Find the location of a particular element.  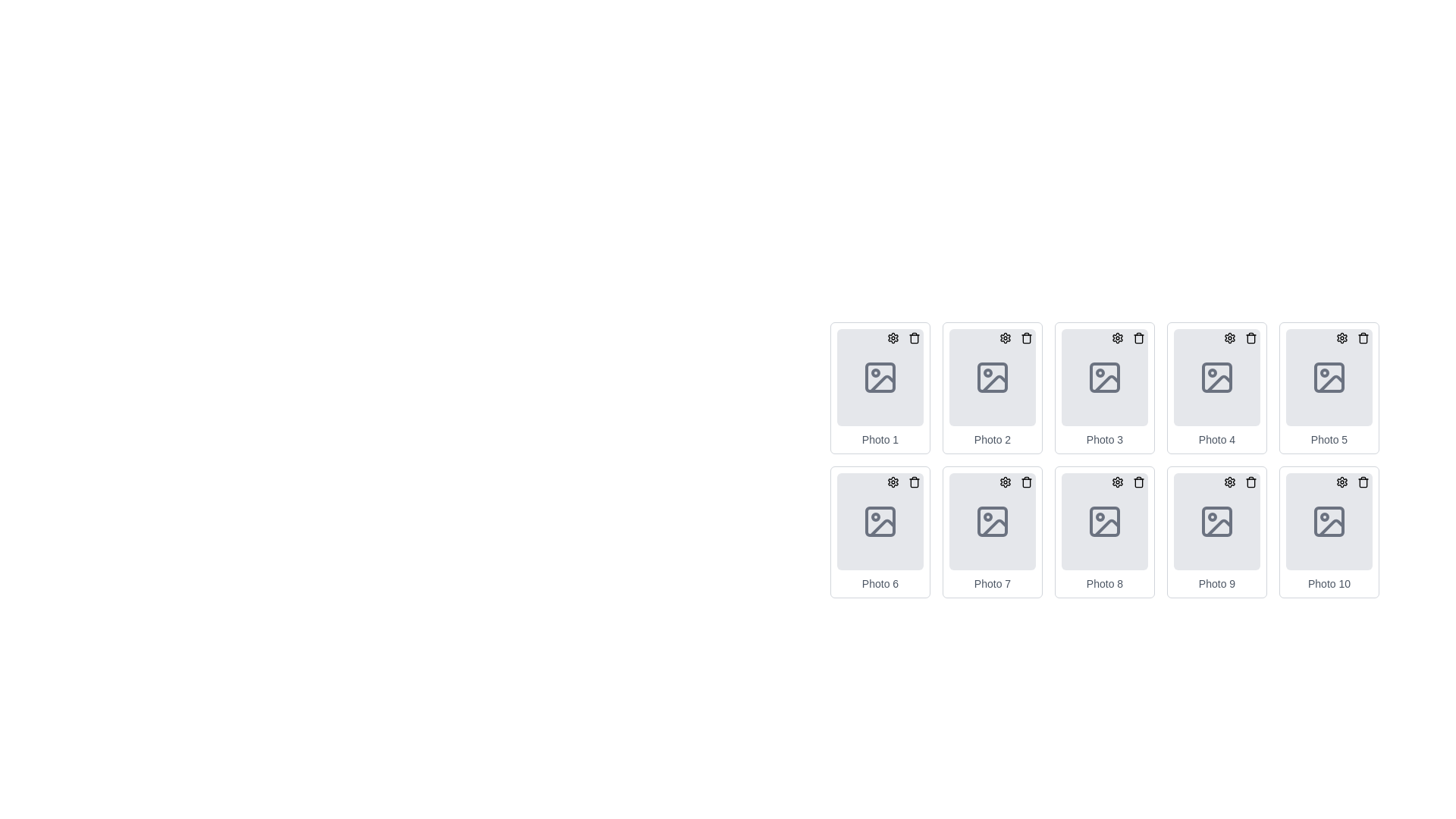

the fifth photo placeholder icon in the 2x5 grid layout is located at coordinates (1328, 376).